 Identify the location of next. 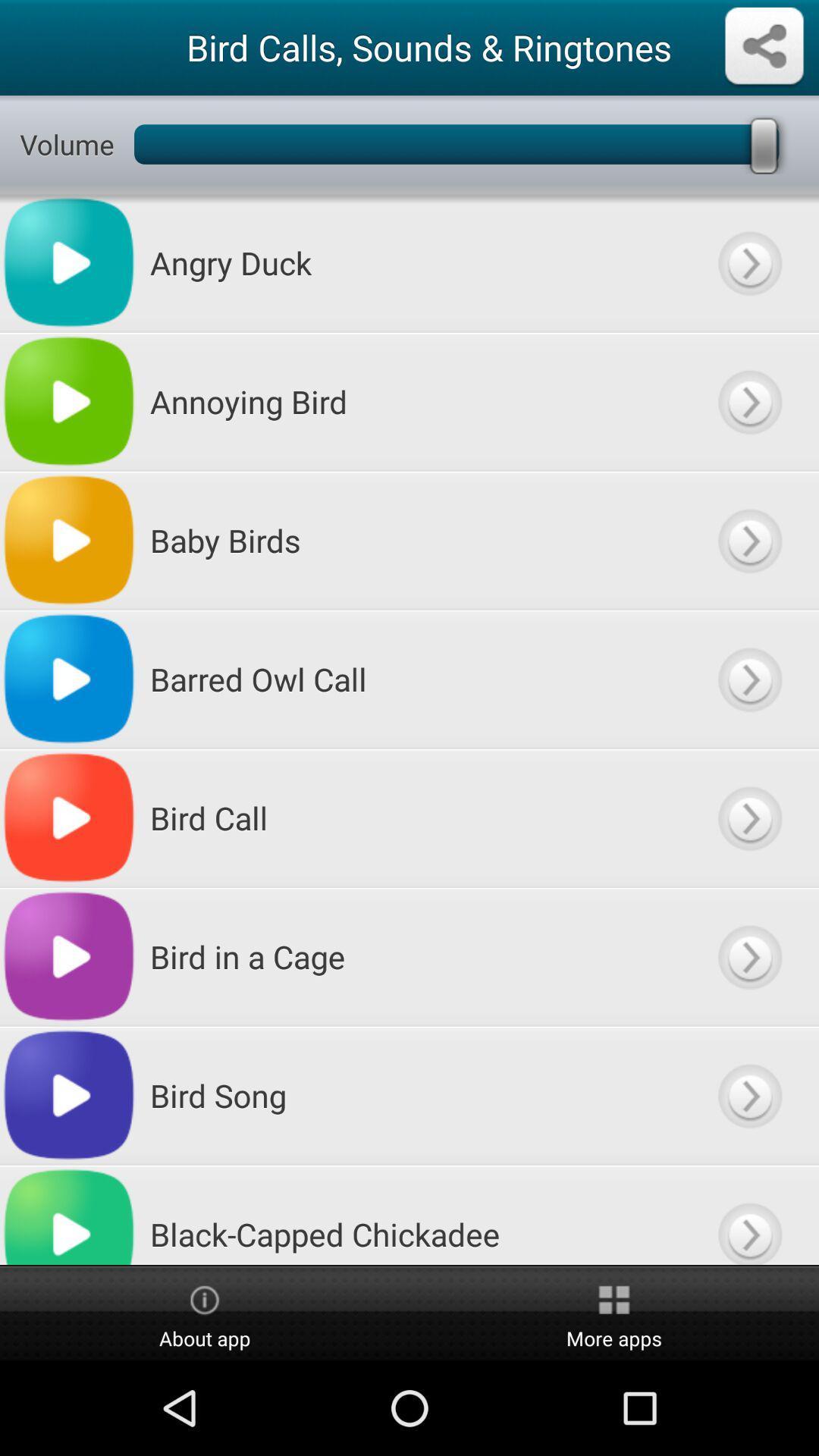
(748, 678).